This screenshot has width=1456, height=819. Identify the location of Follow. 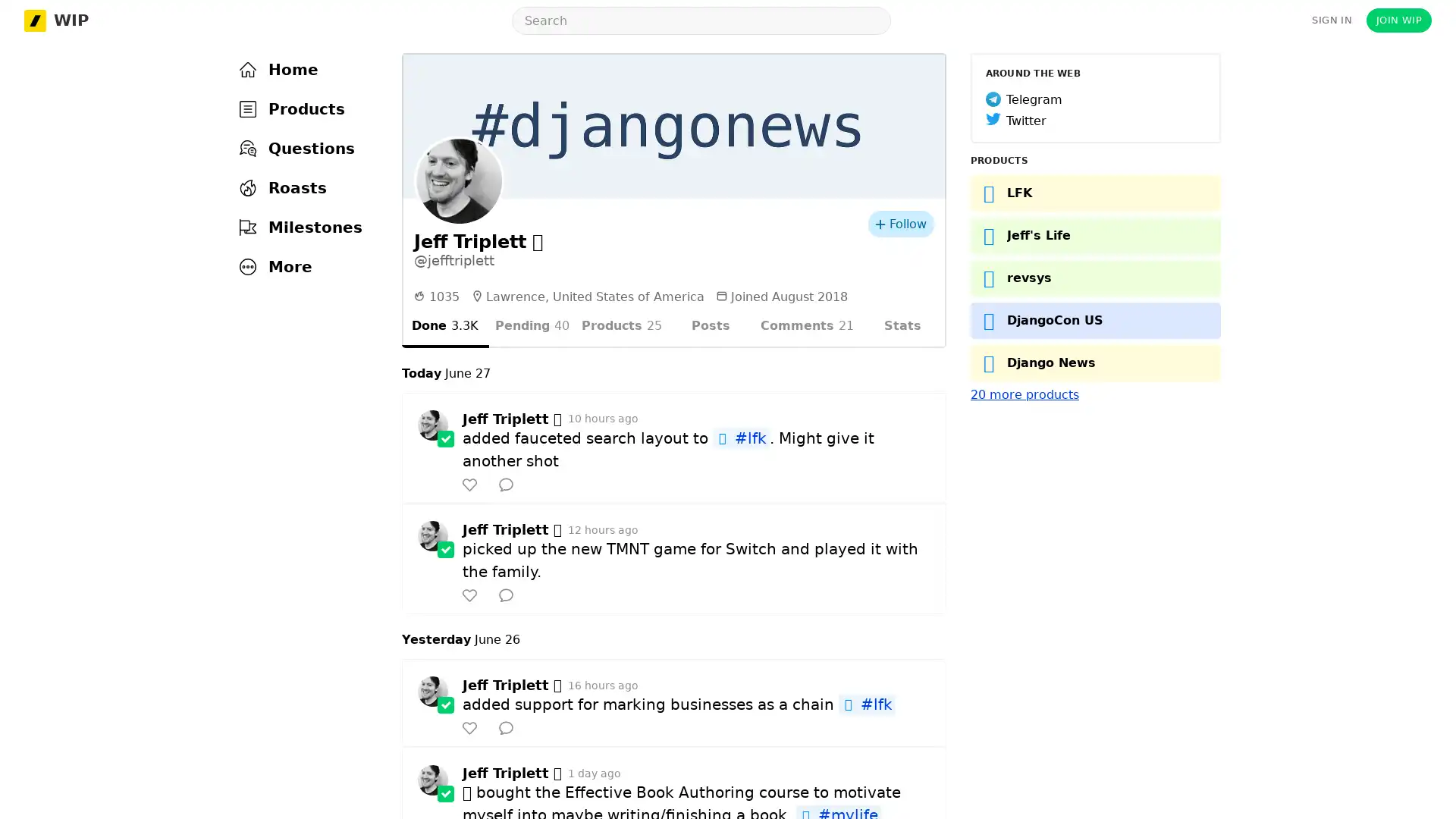
(901, 224).